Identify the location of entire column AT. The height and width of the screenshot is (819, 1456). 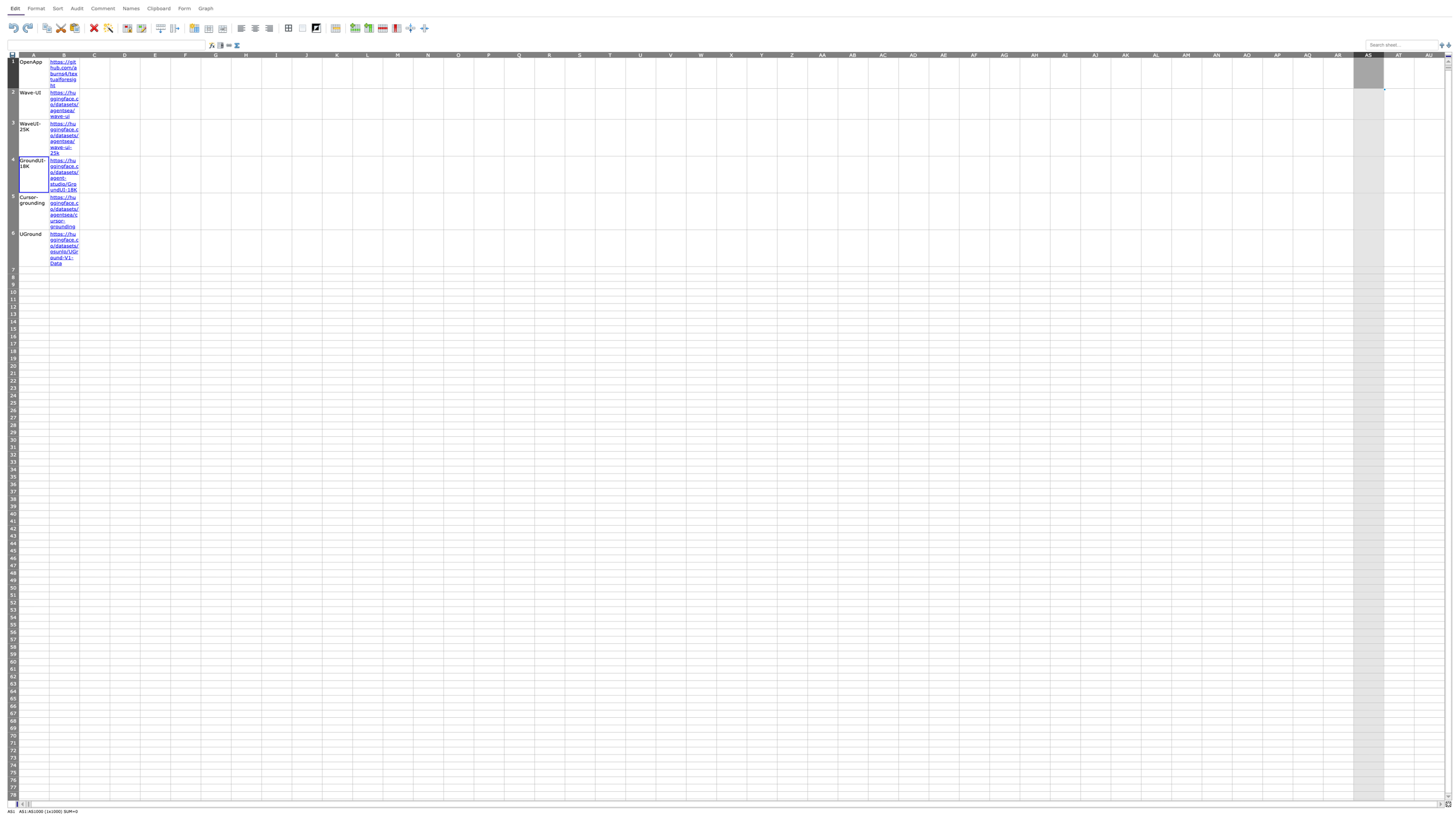
(1399, 54).